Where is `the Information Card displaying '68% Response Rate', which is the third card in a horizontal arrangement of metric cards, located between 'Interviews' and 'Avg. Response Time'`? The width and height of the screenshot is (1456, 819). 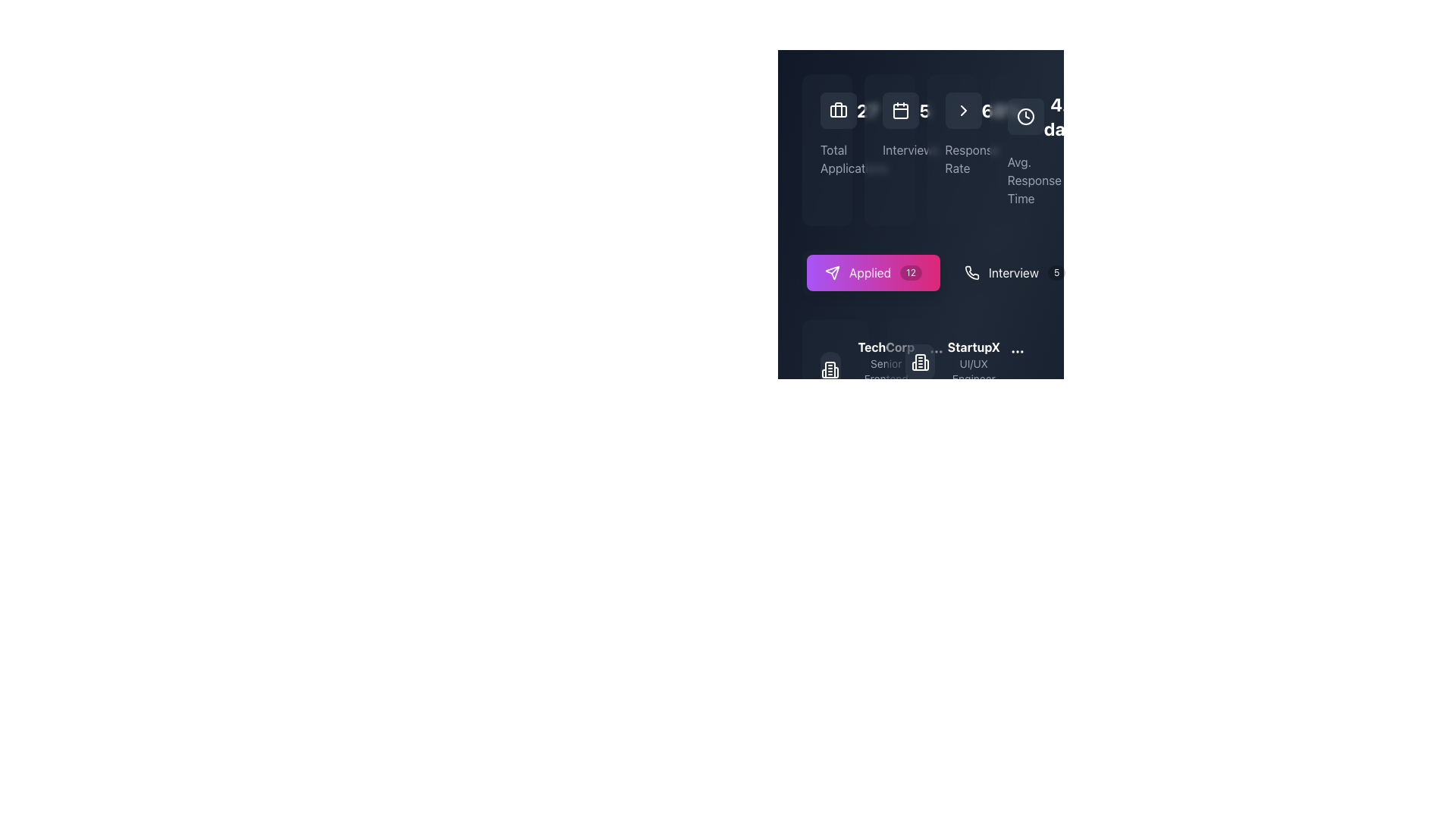 the Information Card displaying '68% Response Rate', which is the third card in a horizontal arrangement of metric cards, located between 'Interviews' and 'Avg. Response Time' is located at coordinates (951, 149).